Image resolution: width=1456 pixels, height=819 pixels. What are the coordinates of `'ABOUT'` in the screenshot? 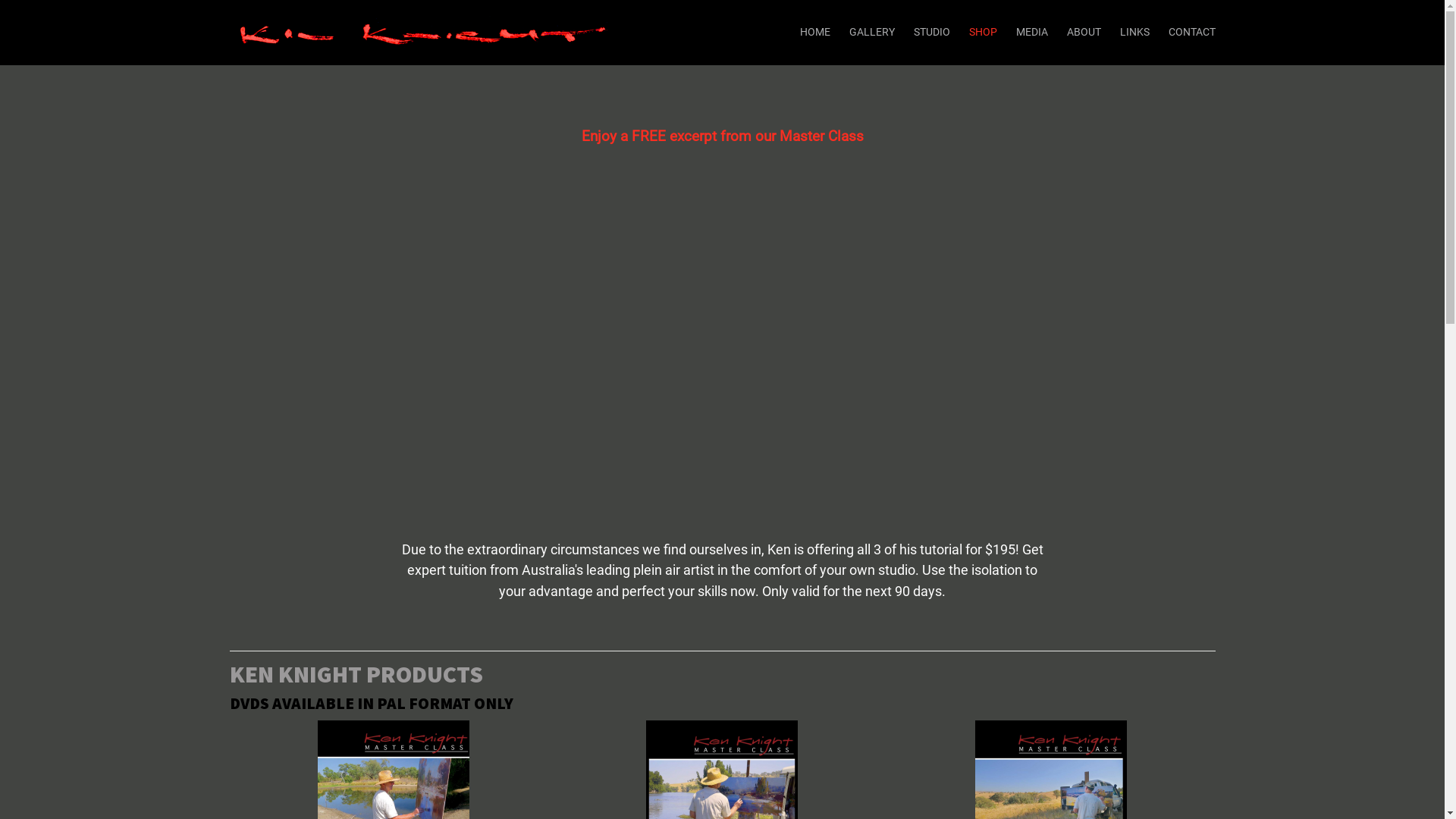 It's located at (1082, 32).